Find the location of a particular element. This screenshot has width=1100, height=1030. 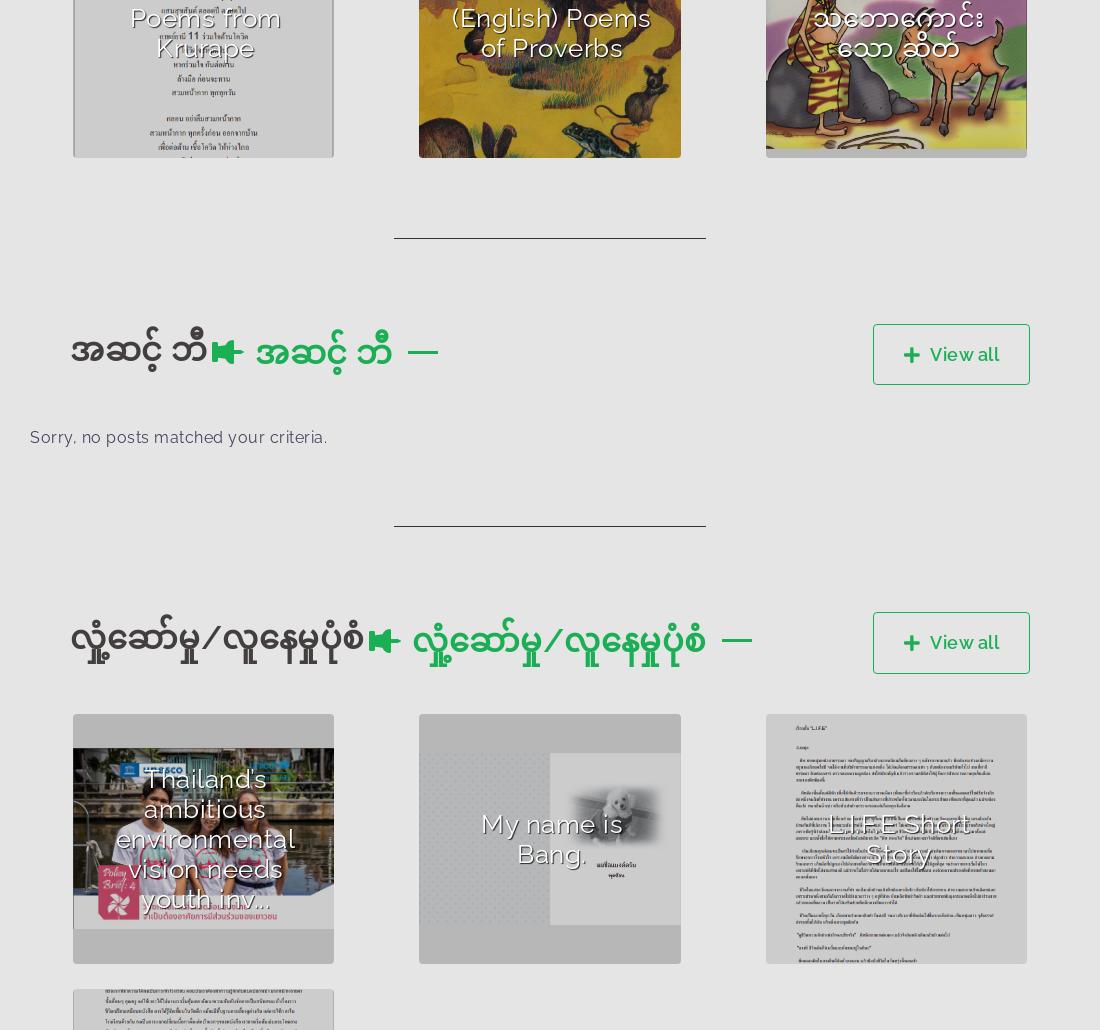

'Sorry, no posts matched your criteria.' is located at coordinates (29, 436).